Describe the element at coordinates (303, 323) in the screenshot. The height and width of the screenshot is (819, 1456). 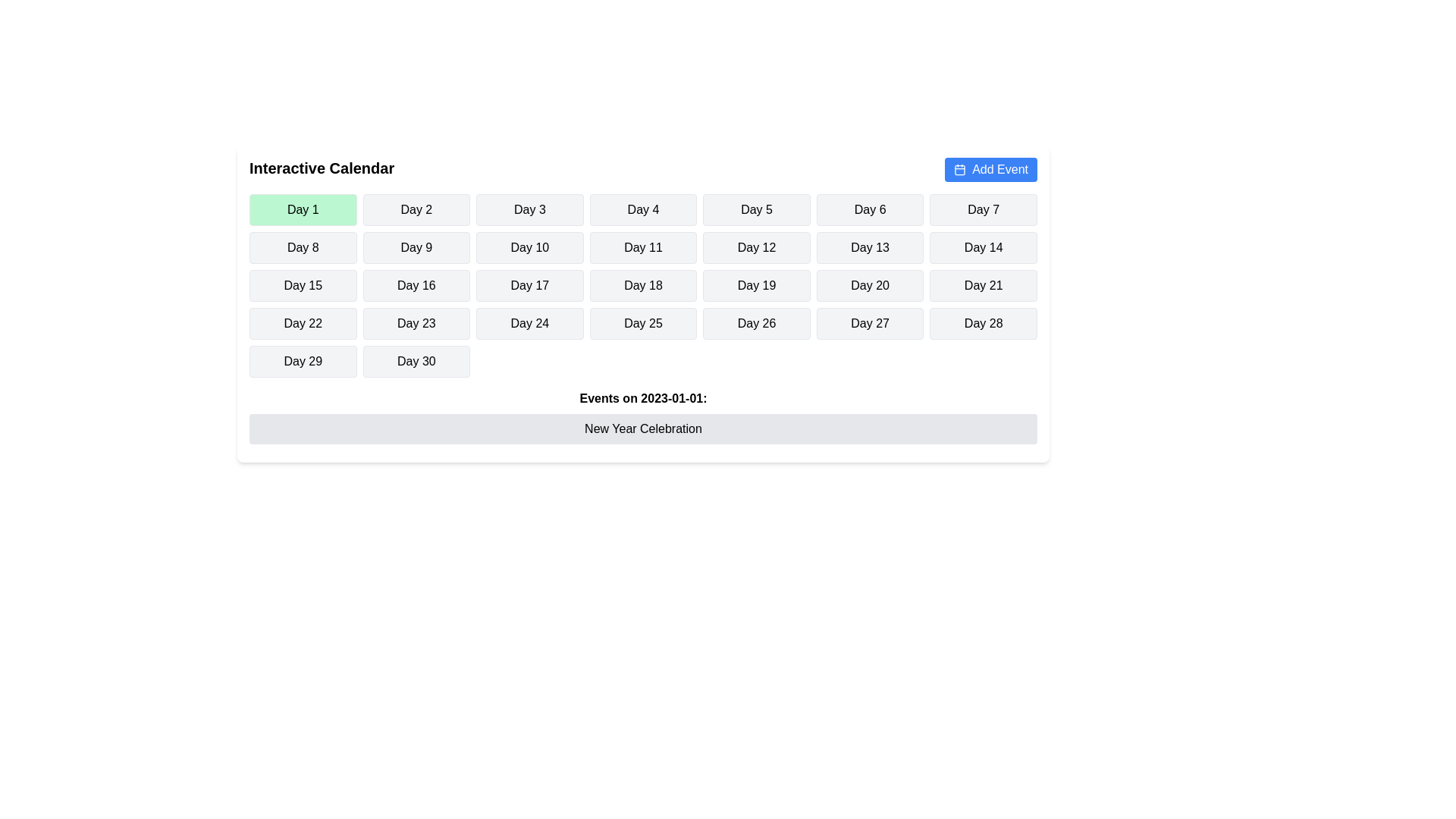
I see `the button labeled 'Day 22' located` at that location.